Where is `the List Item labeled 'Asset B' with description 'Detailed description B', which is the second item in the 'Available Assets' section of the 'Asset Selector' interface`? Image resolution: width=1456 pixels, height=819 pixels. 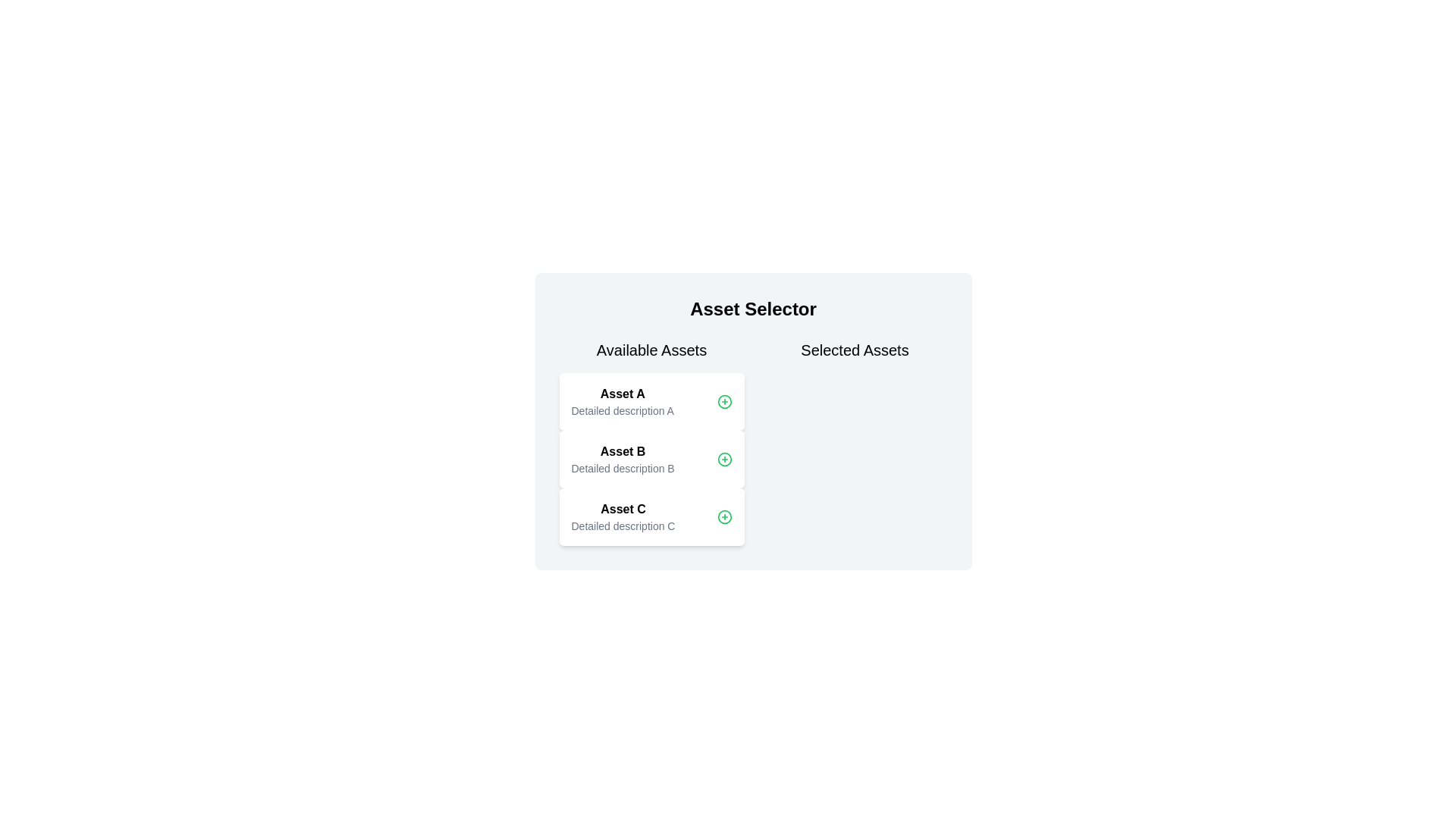 the List Item labeled 'Asset B' with description 'Detailed description B', which is the second item in the 'Available Assets' section of the 'Asset Selector' interface is located at coordinates (651, 442).